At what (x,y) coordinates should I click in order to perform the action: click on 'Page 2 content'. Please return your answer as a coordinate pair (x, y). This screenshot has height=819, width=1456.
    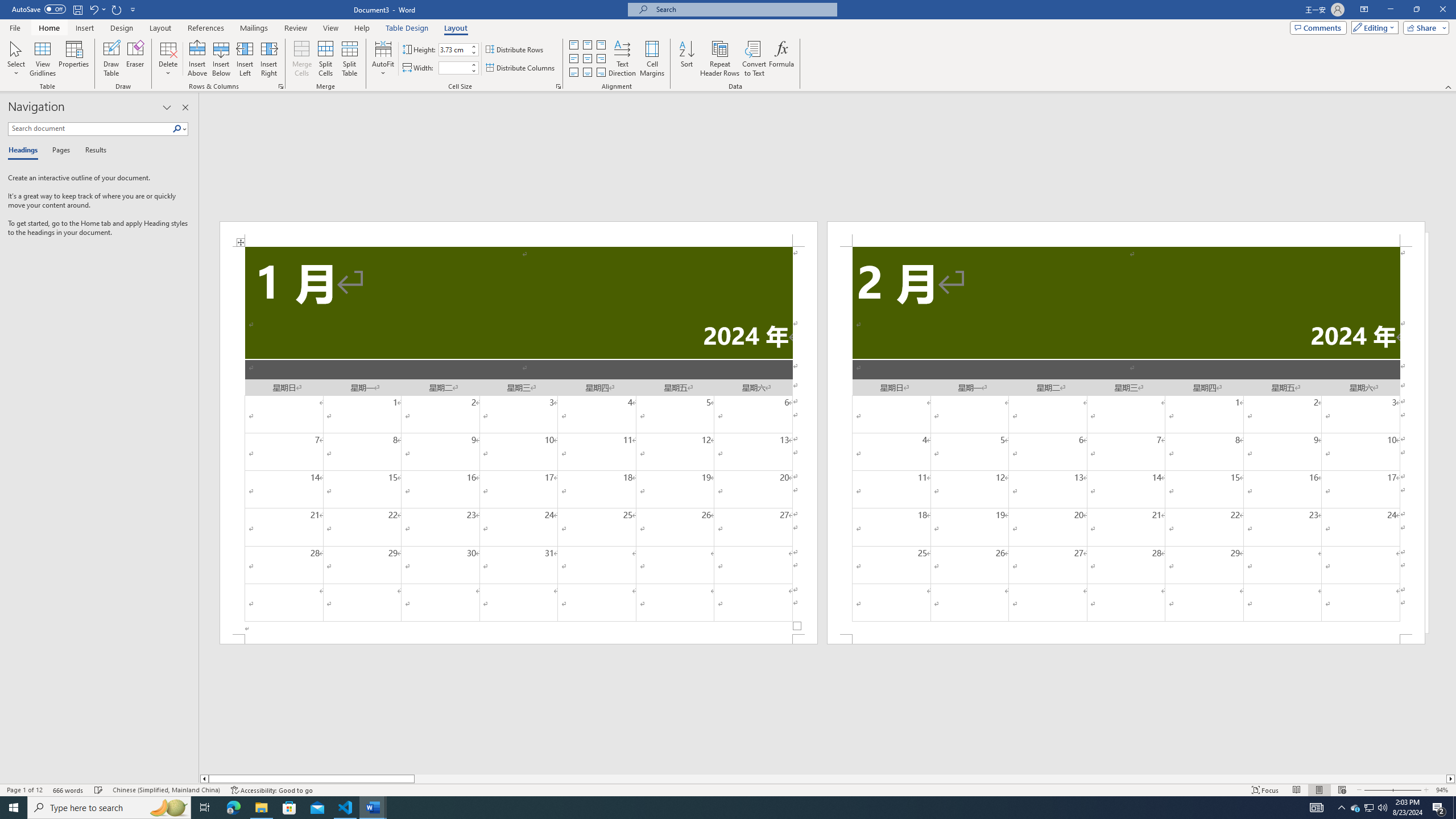
    Looking at the image, I should click on (1126, 440).